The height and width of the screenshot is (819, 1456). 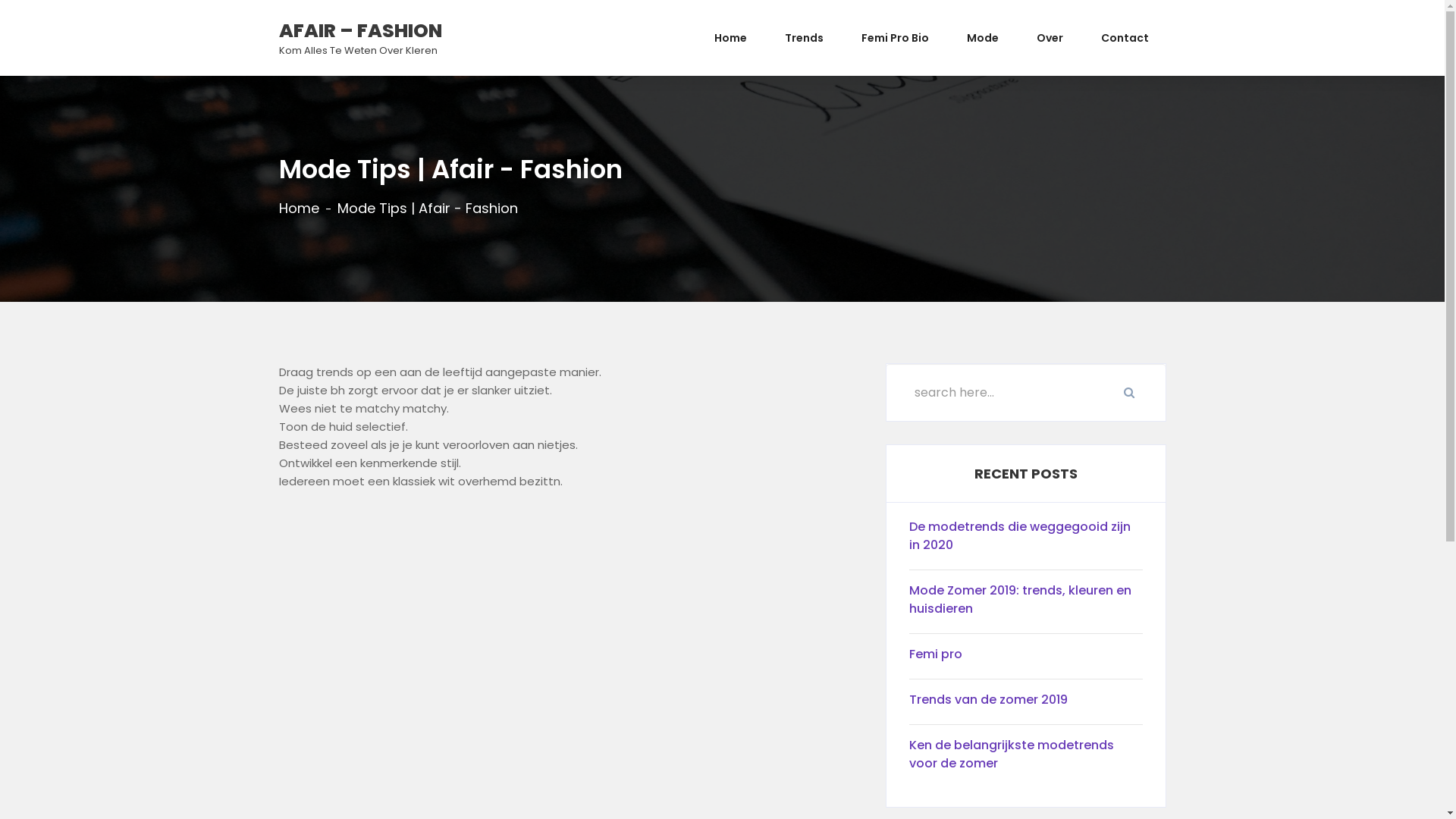 I want to click on 'Home', so click(x=299, y=208).